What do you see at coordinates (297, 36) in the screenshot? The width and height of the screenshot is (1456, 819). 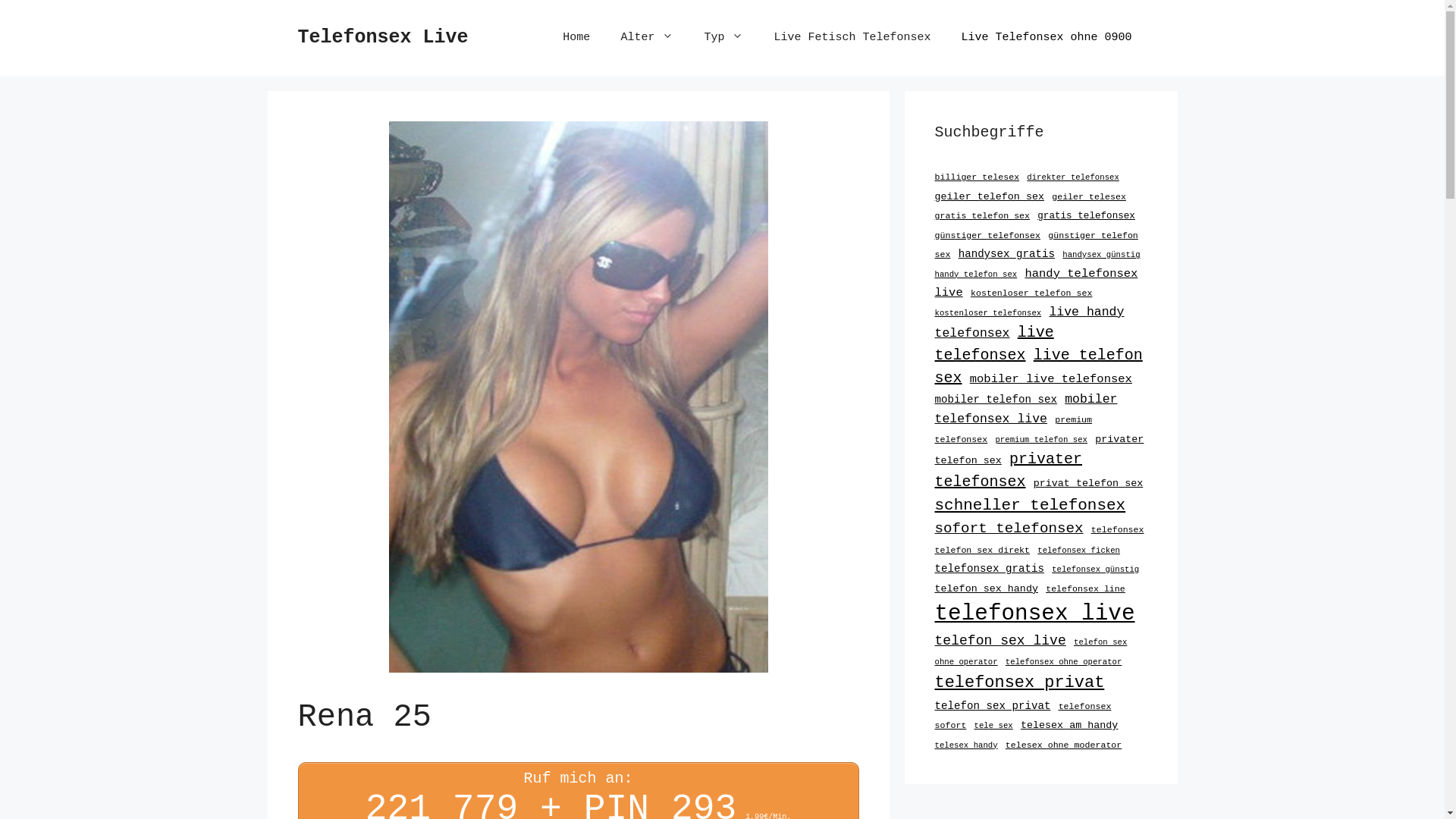 I see `'Telefonsex Live'` at bounding box center [297, 36].